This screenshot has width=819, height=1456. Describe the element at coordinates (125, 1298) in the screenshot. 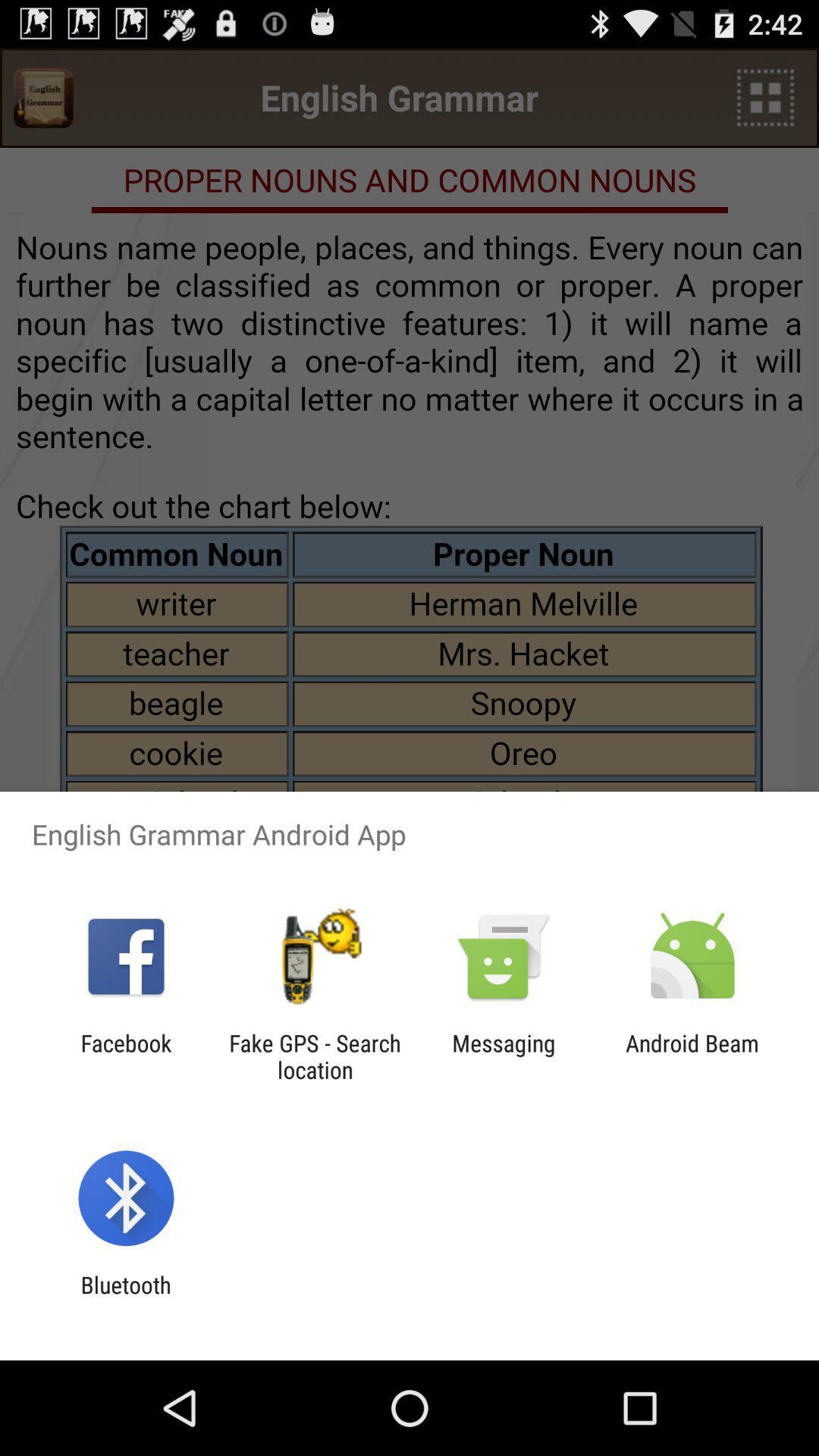

I see `bluetooth icon` at that location.